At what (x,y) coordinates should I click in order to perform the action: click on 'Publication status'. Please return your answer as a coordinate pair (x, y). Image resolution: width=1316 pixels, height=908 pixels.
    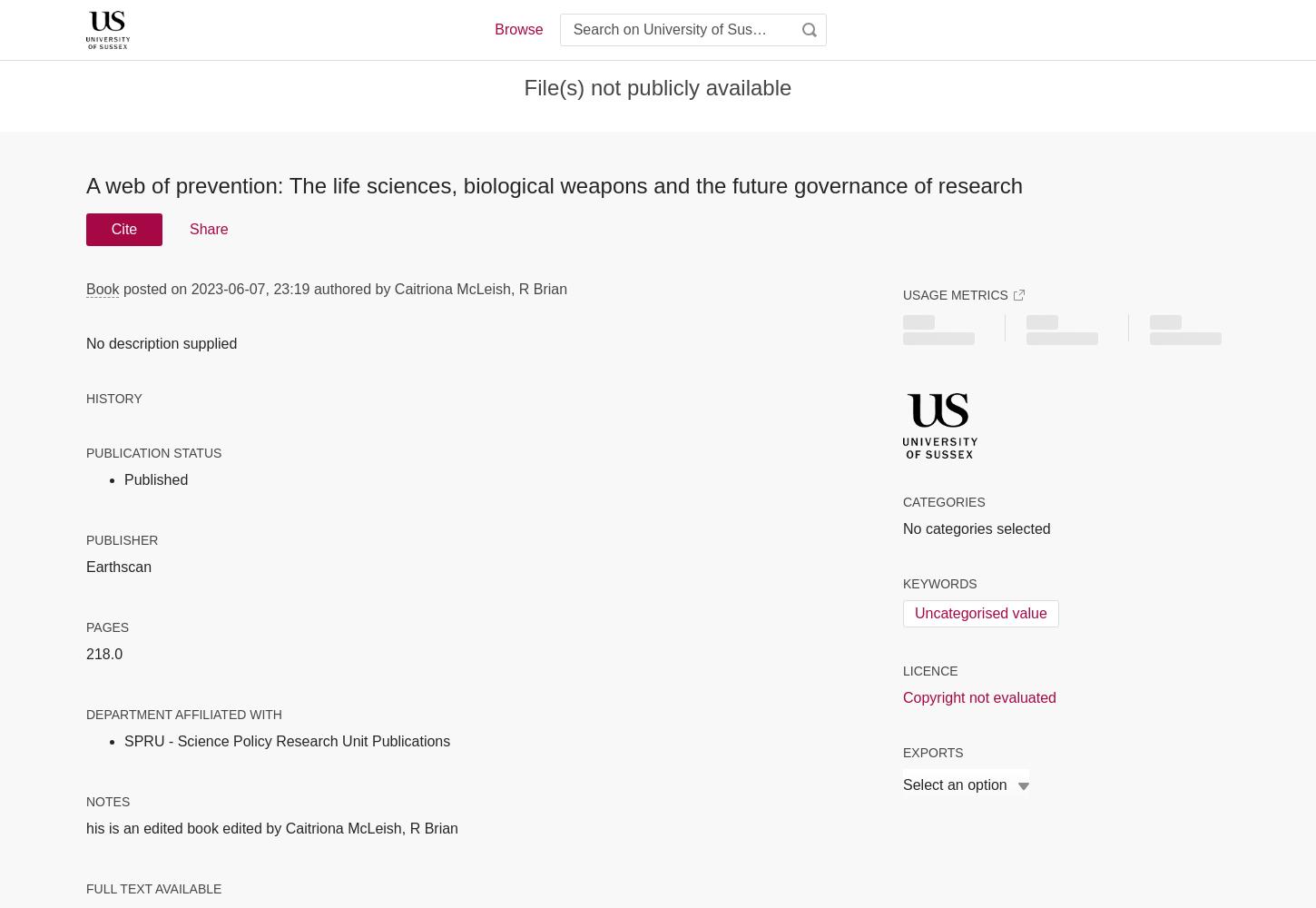
    Looking at the image, I should click on (152, 451).